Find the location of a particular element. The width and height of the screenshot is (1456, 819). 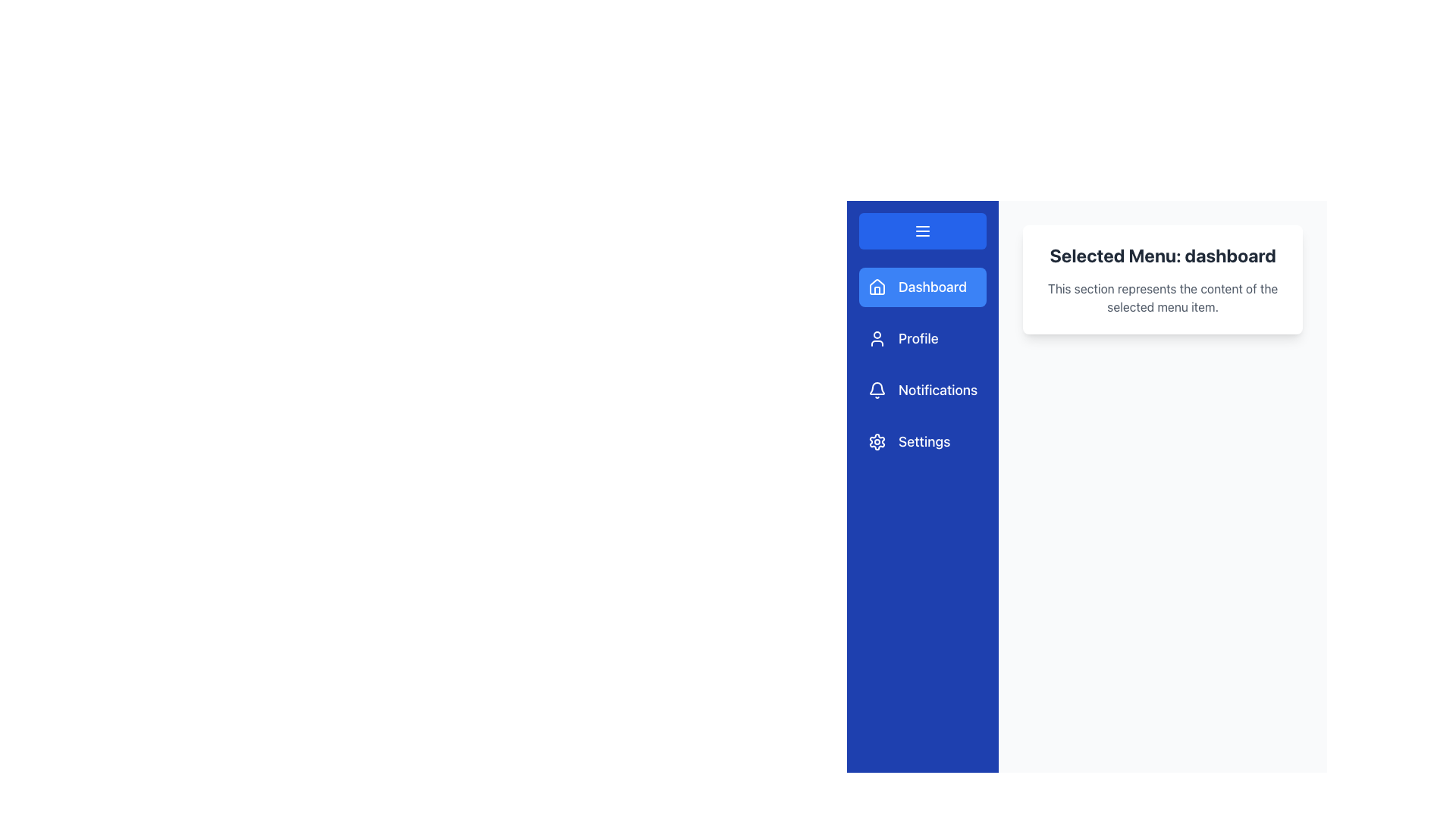

the gear icon representing the Settings menu option located at the bottom of the vertical menu in the left sidebar is located at coordinates (877, 441).